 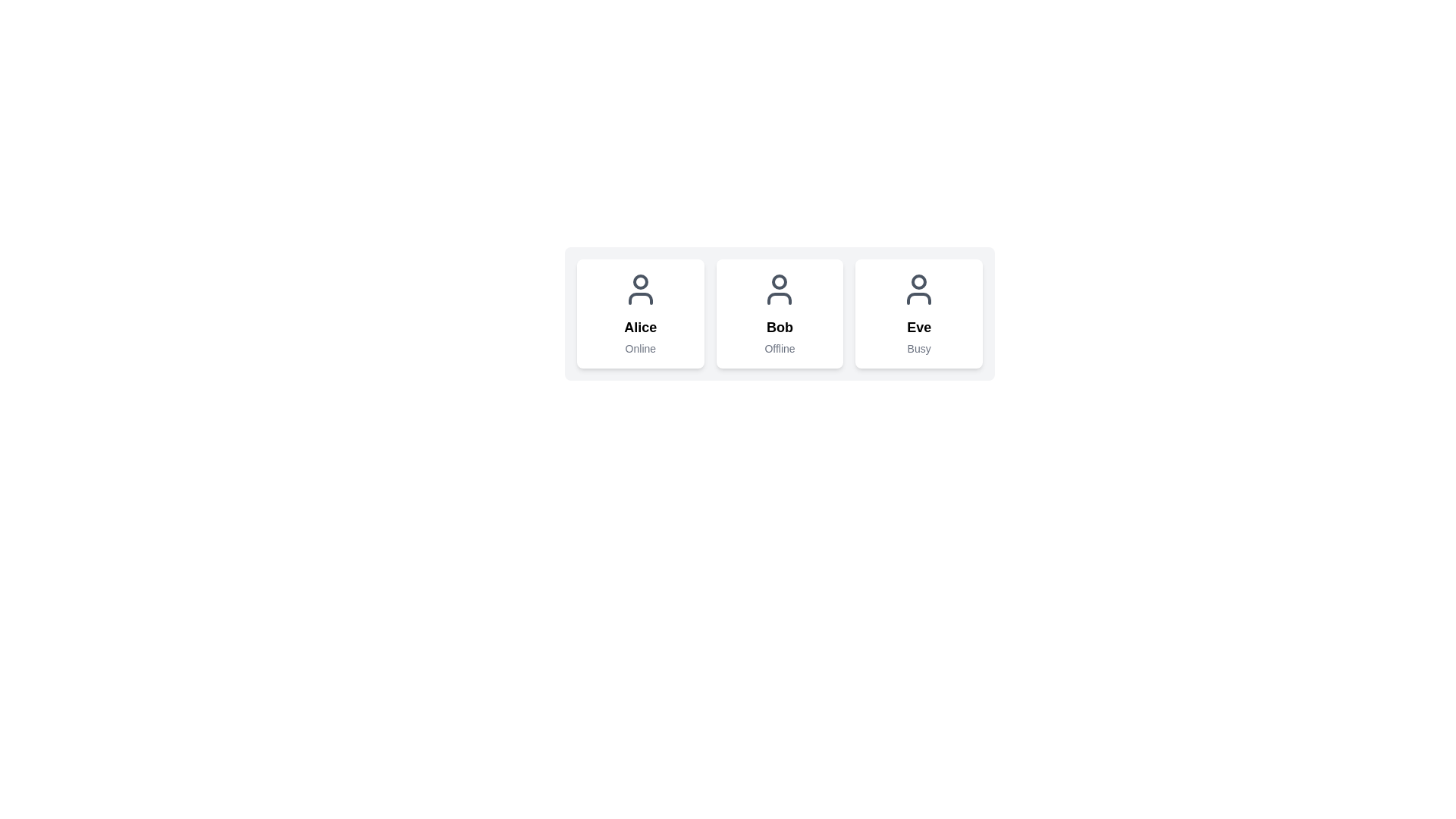 I want to click on the user profile icon located at the top center of the card labeled 'Eve', which is the rightmost card in a row of three similar user cards, so click(x=918, y=289).